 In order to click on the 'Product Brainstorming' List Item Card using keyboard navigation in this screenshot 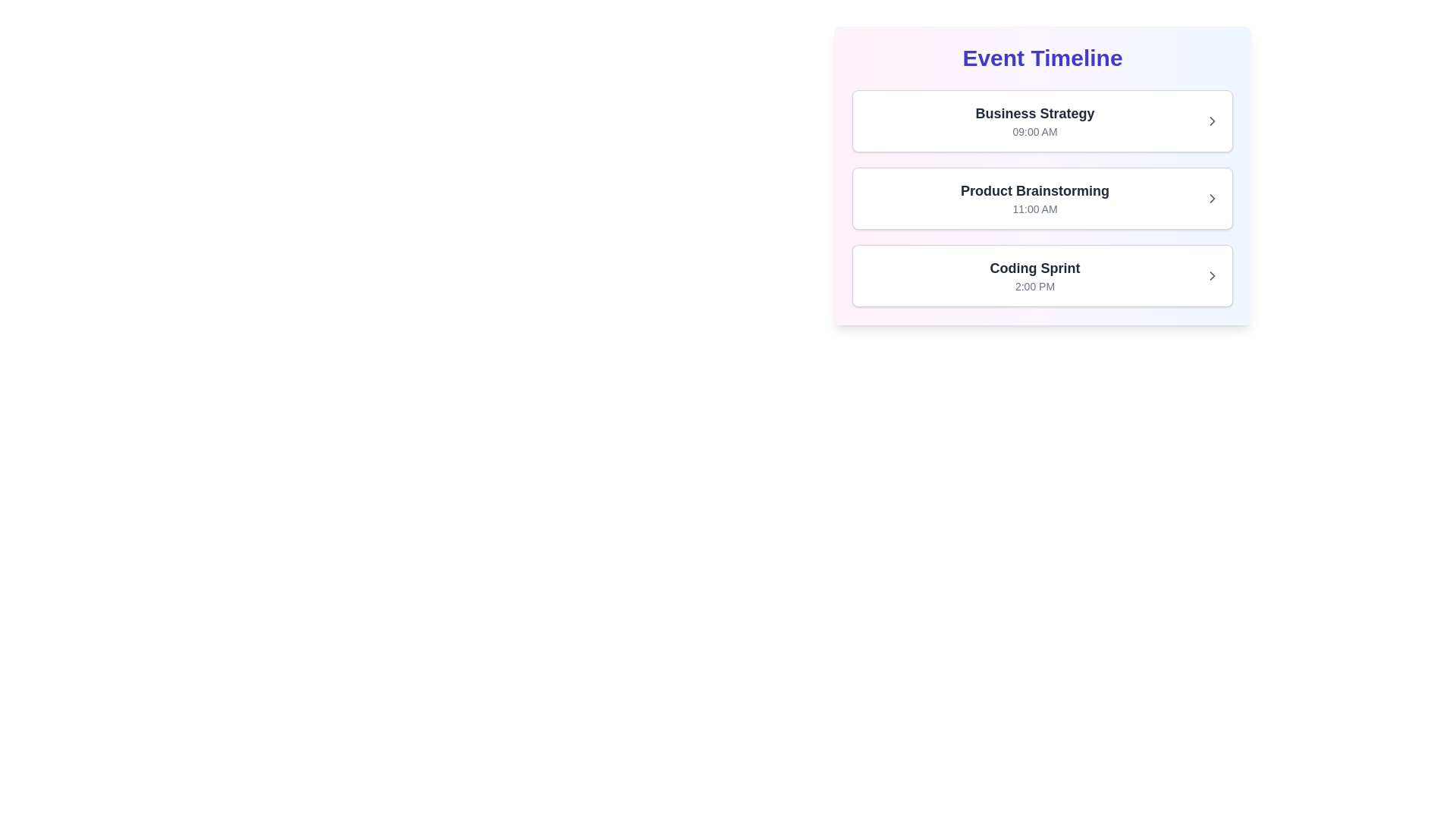, I will do `click(1041, 198)`.